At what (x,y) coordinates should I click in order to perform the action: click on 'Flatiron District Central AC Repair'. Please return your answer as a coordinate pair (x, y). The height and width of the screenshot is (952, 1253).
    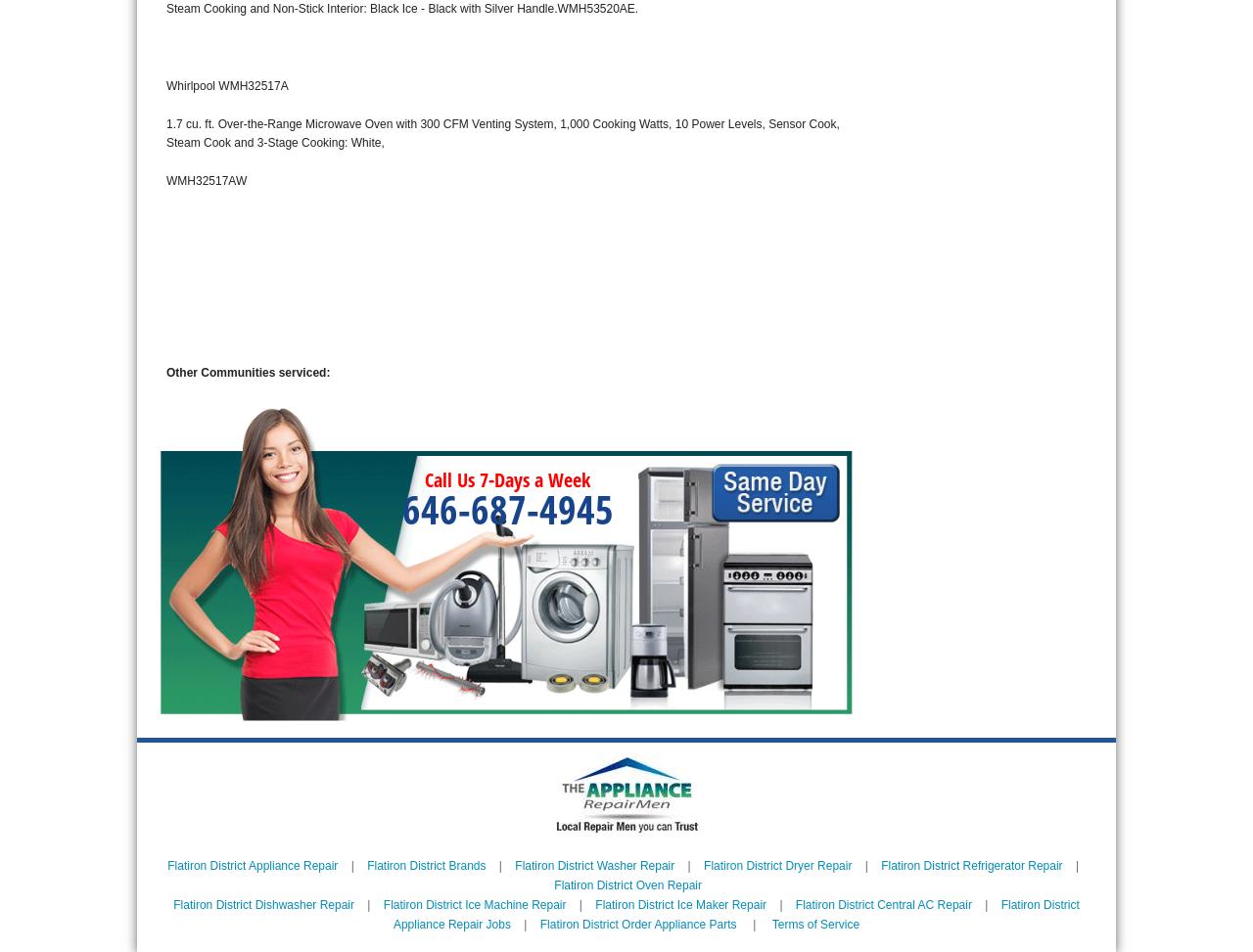
    Looking at the image, I should click on (882, 904).